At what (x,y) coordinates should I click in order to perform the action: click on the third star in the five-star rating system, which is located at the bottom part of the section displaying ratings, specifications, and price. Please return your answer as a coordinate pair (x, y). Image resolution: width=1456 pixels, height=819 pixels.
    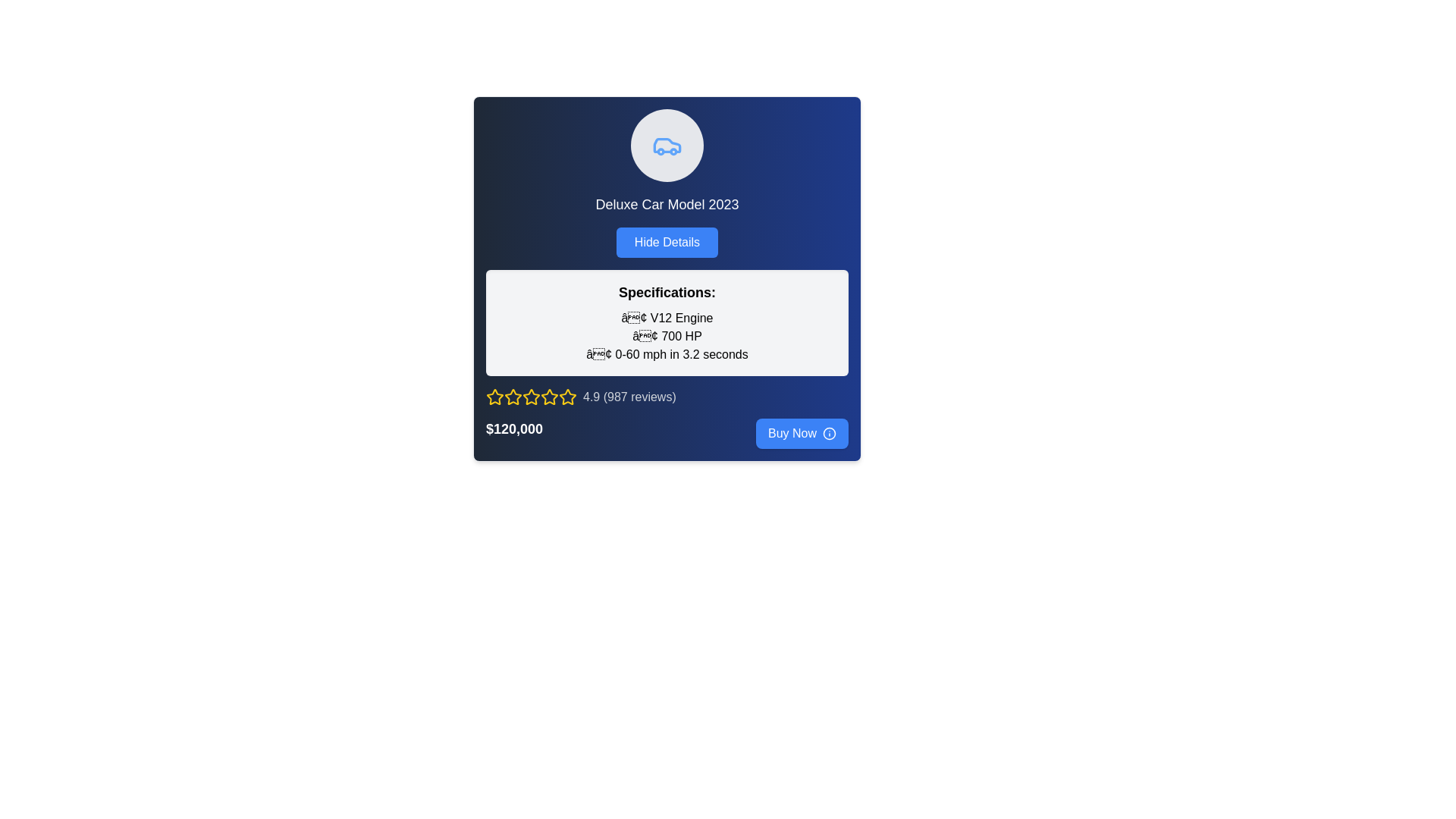
    Looking at the image, I should click on (531, 397).